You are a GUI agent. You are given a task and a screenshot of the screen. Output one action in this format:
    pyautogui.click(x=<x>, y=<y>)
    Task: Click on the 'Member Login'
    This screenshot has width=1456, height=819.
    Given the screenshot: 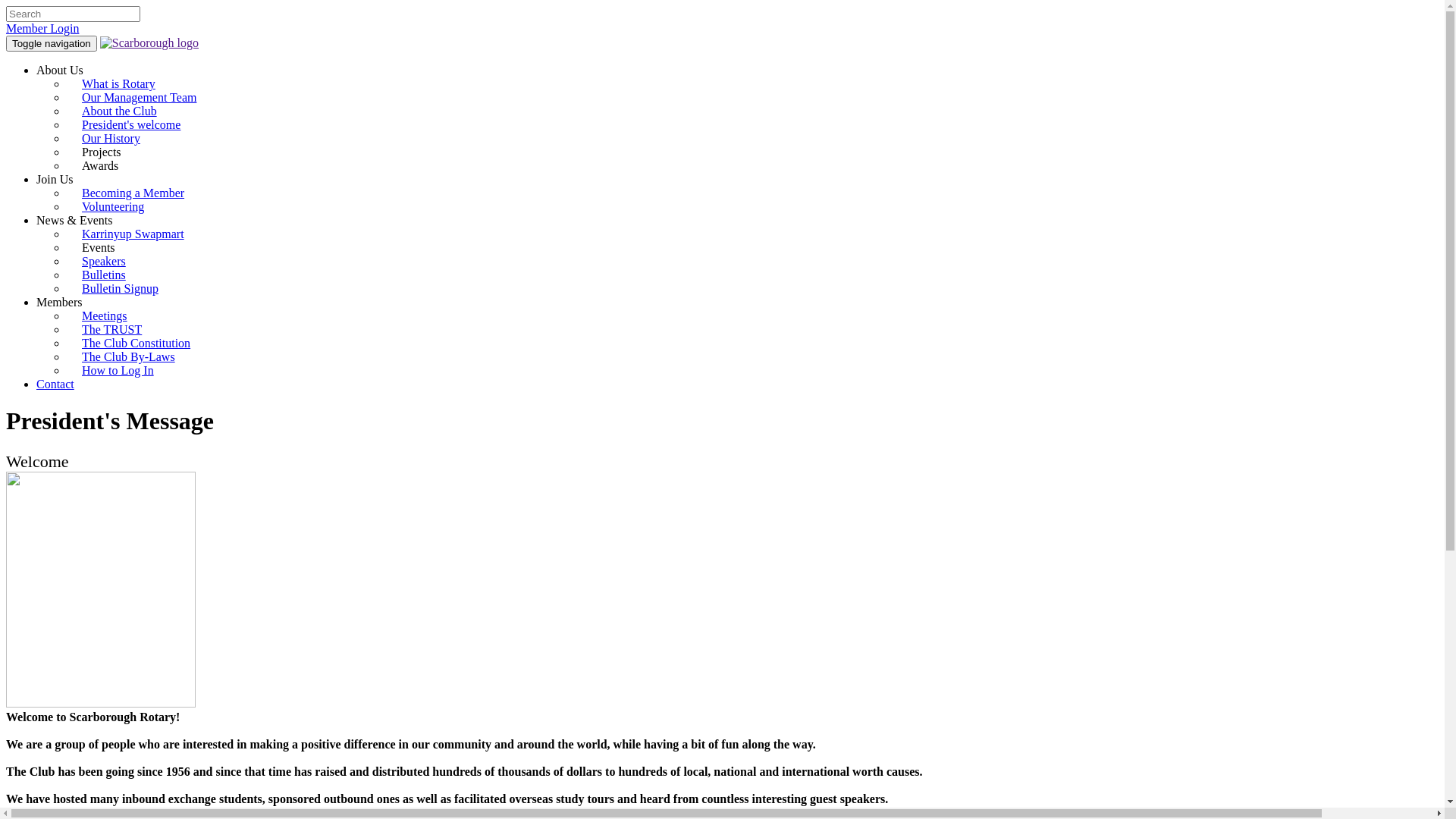 What is the action you would take?
    pyautogui.click(x=42, y=28)
    